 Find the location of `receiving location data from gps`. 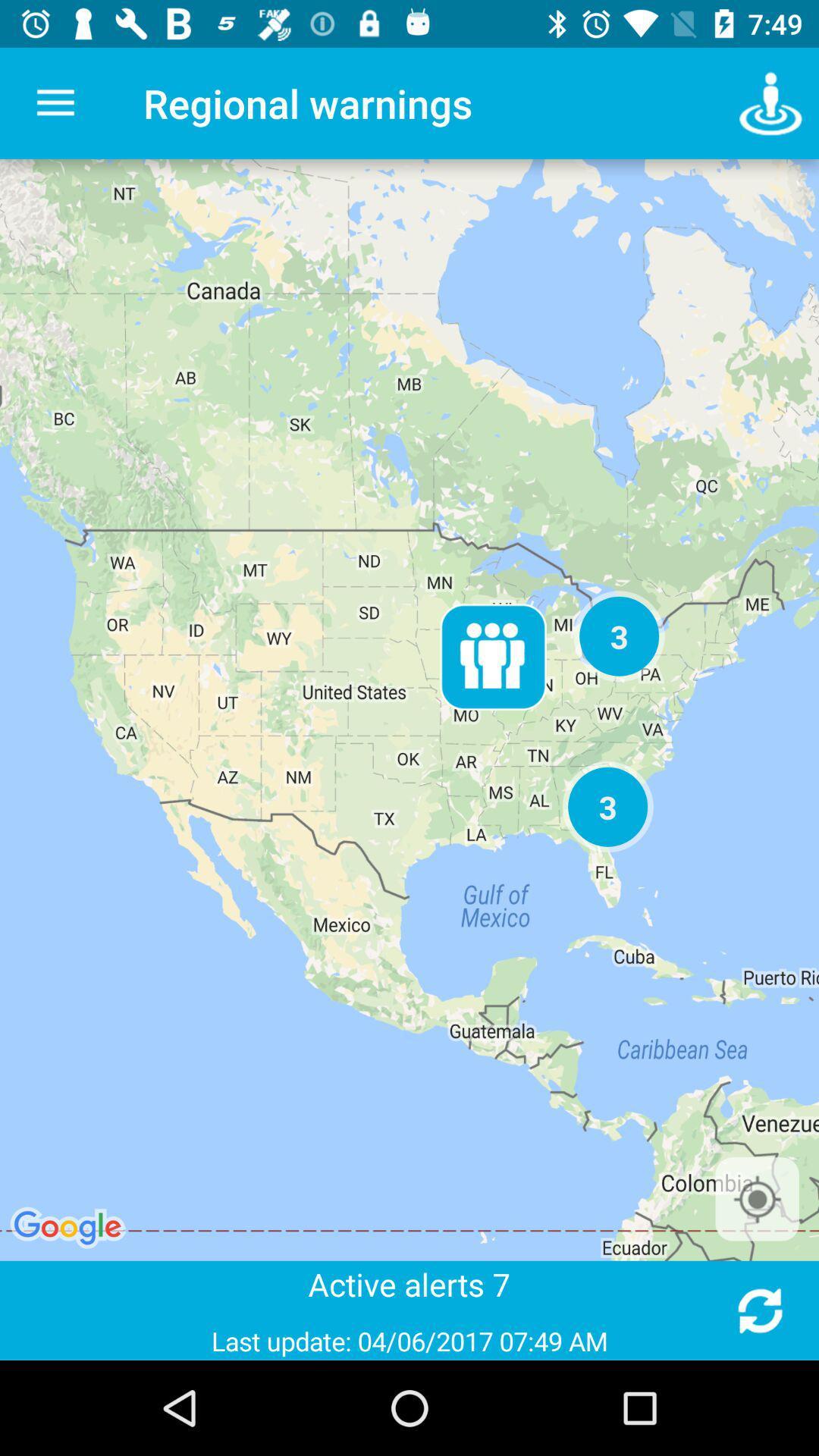

receiving location data from gps is located at coordinates (757, 1198).